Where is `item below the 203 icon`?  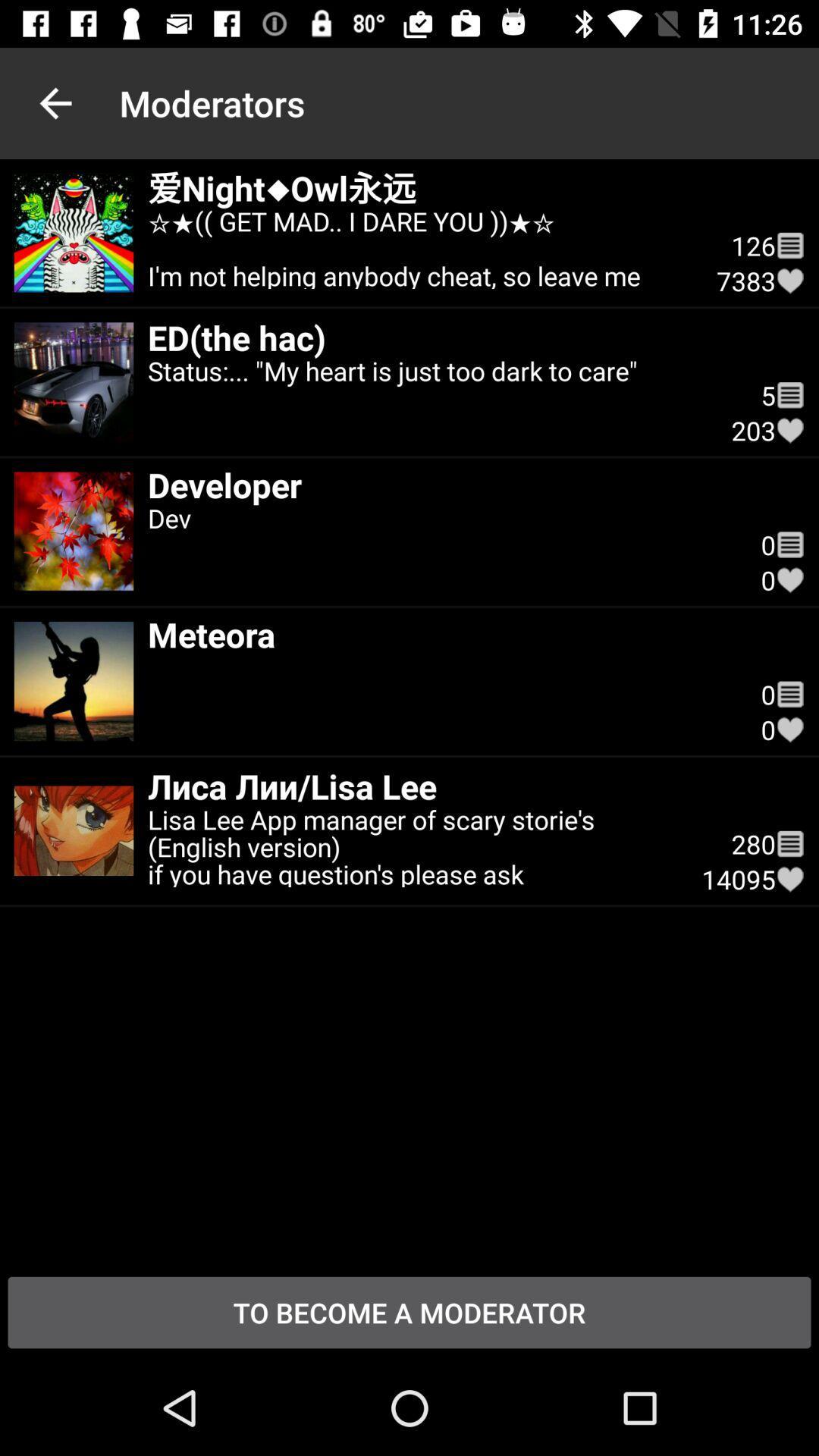 item below the 203 icon is located at coordinates (440, 484).